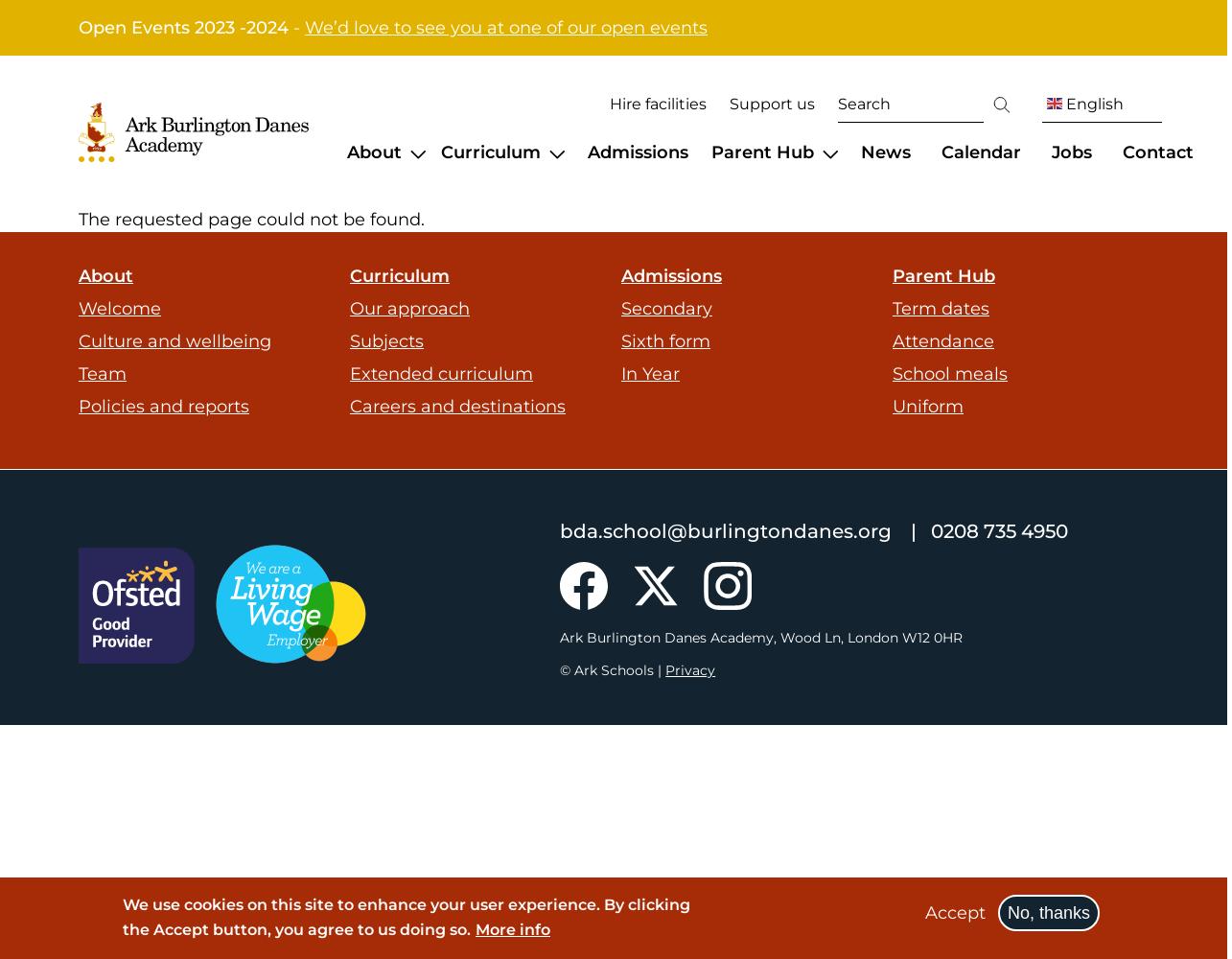  I want to click on 'Parent Working Group', so click(1019, 272).